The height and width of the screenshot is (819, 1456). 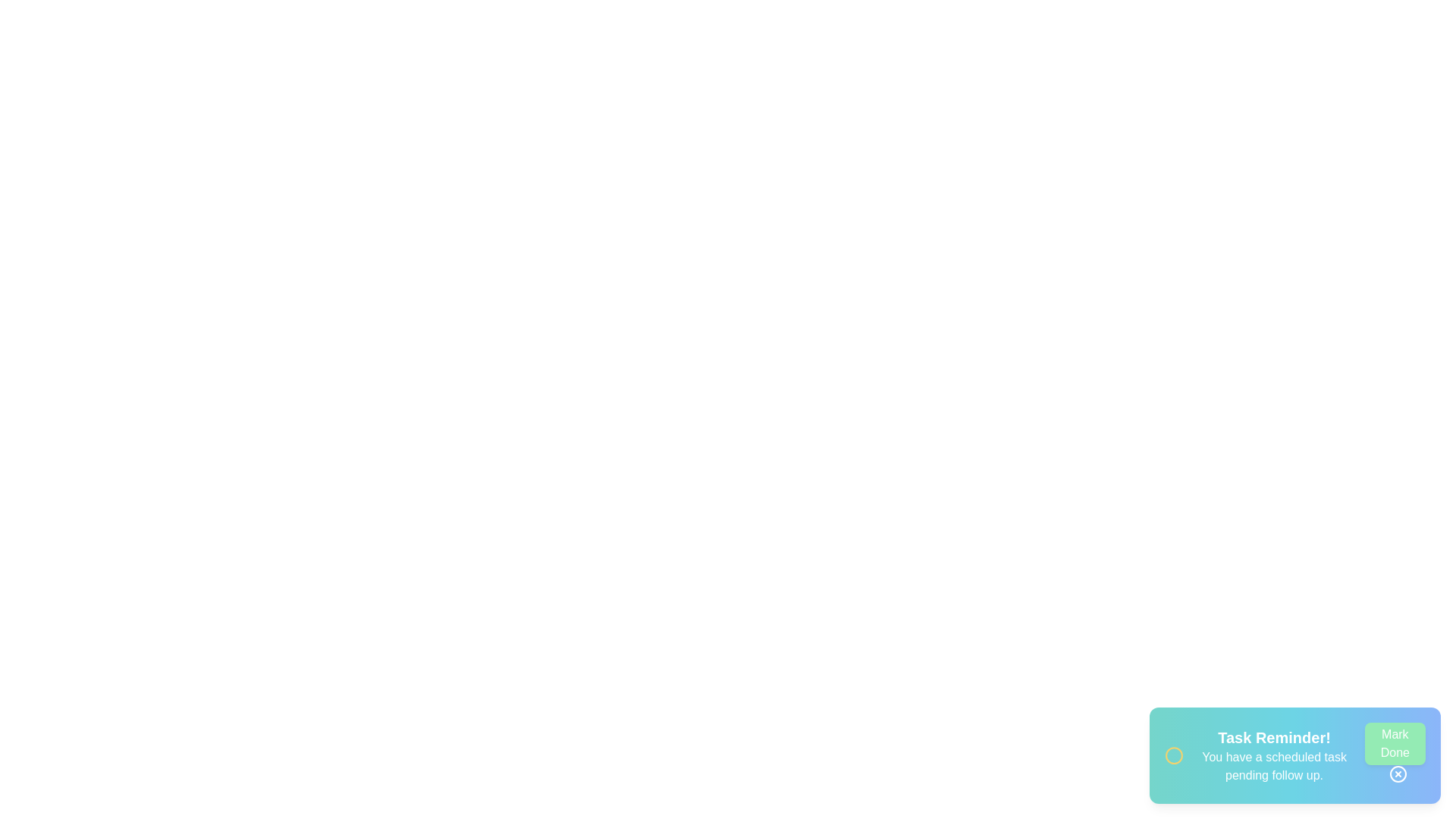 What do you see at coordinates (1397, 774) in the screenshot?
I see `the close button to dismiss the notification` at bounding box center [1397, 774].